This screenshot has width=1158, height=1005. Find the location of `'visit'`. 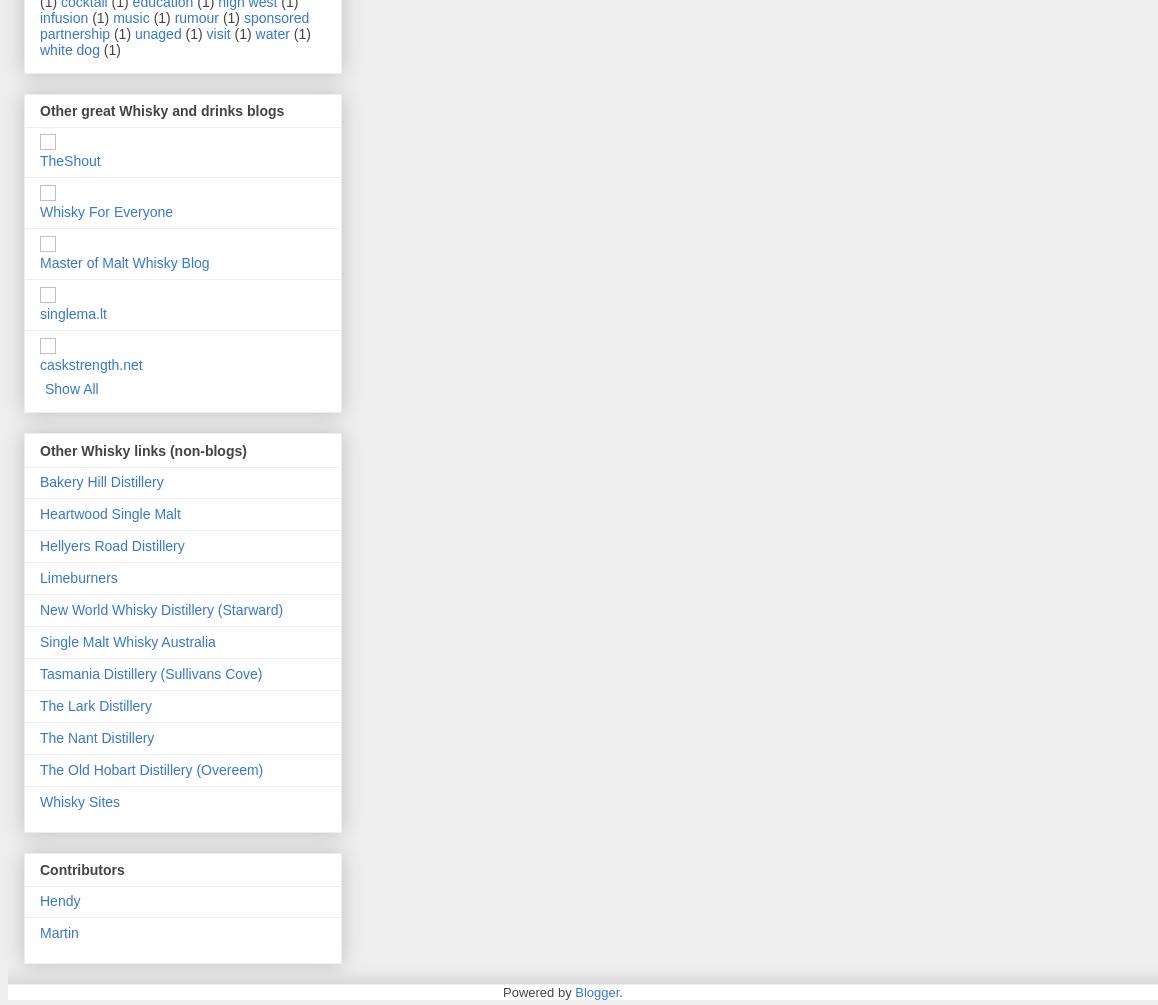

'visit' is located at coordinates (218, 33).